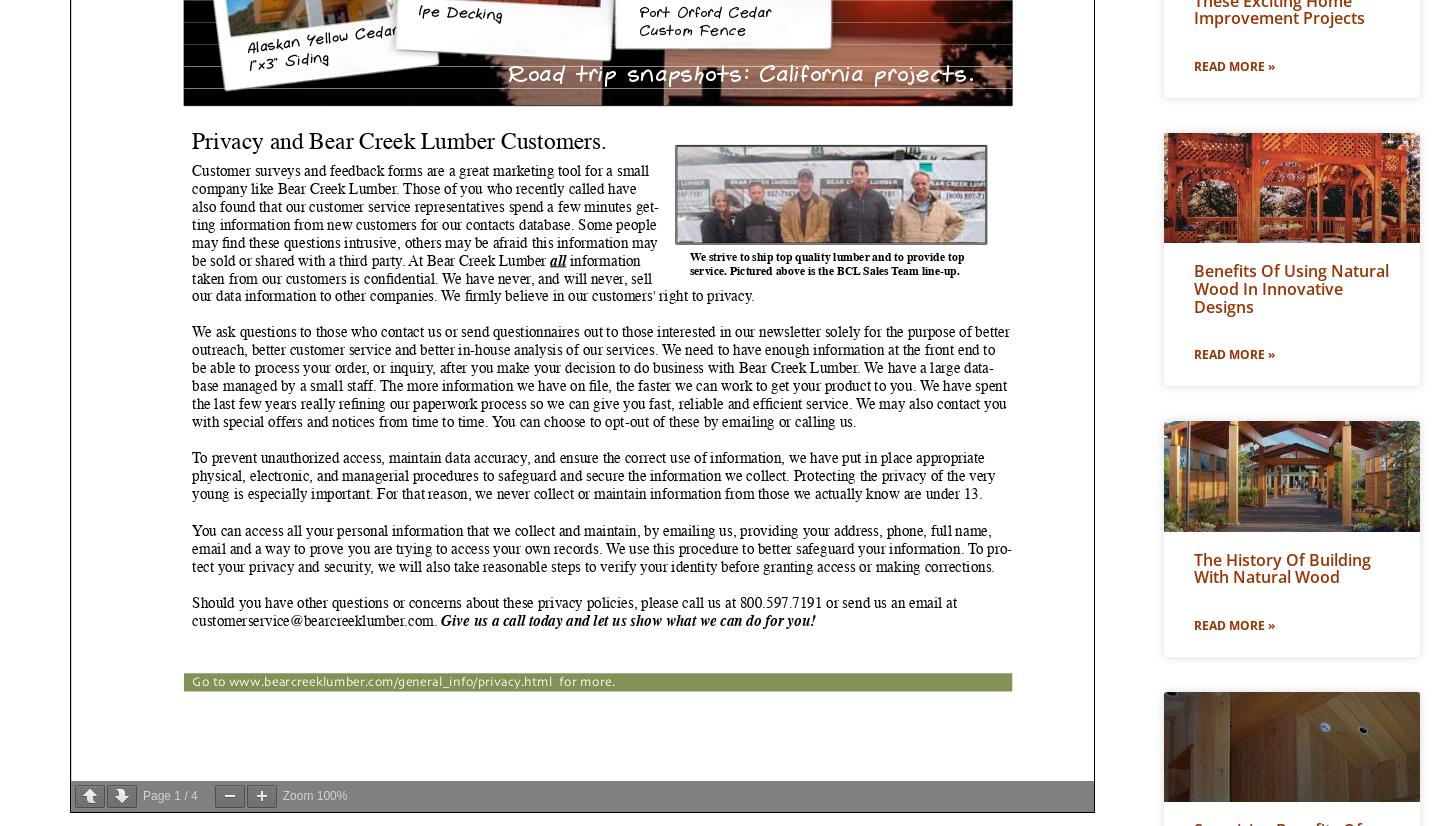 This screenshot has height=826, width=1450. I want to click on 'Zoom', so click(298, 796).